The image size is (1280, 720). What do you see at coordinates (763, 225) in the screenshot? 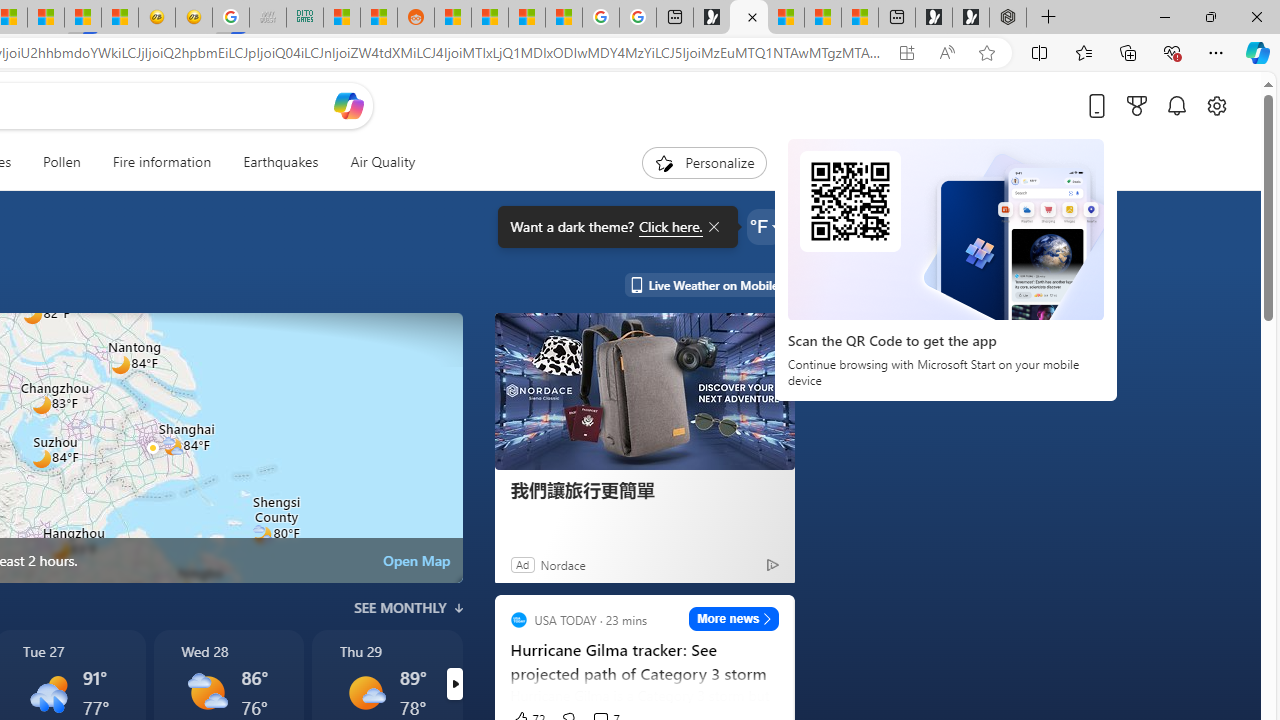
I see `'Weather settings Want a dark theme?Click here.'` at bounding box center [763, 225].